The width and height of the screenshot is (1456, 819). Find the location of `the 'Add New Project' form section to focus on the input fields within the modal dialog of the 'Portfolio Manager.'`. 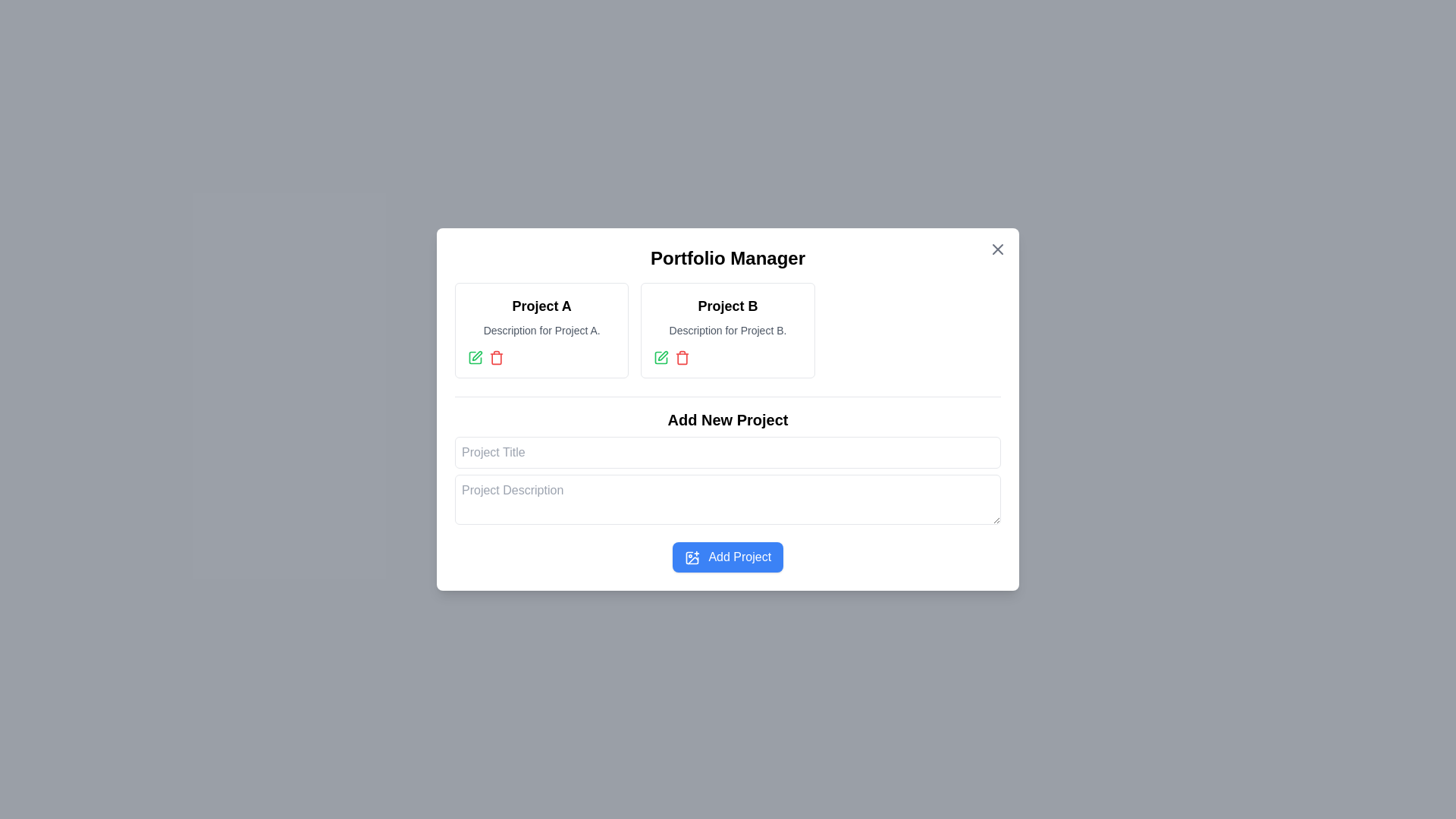

the 'Add New Project' form section to focus on the input fields within the modal dialog of the 'Portfolio Manager.' is located at coordinates (728, 485).